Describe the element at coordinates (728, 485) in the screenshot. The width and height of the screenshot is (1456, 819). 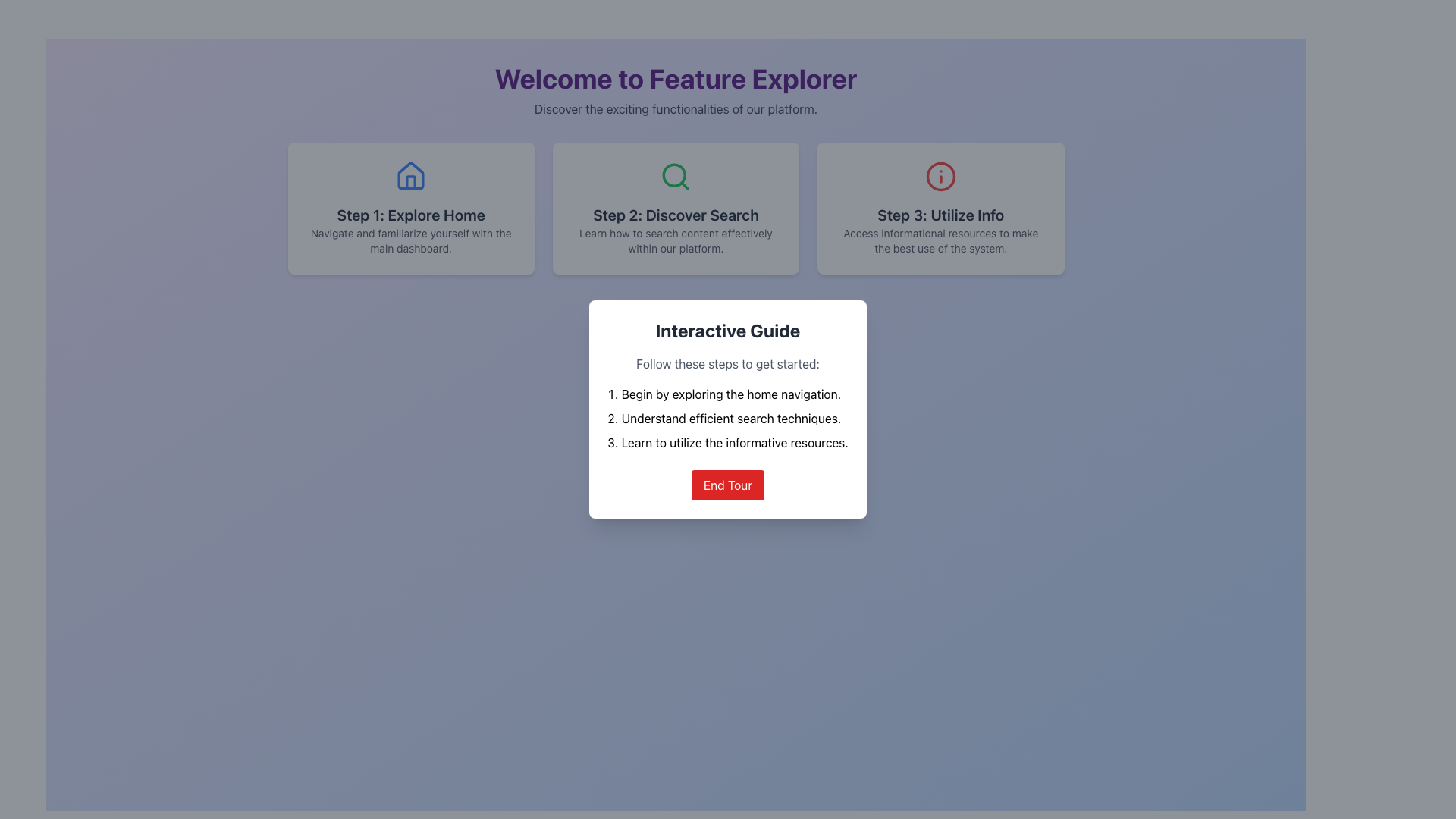
I see `the rectangular button with a red background and white text that reads 'End Tour', located at the bottom of the 'Interactive Guide' modal` at that location.